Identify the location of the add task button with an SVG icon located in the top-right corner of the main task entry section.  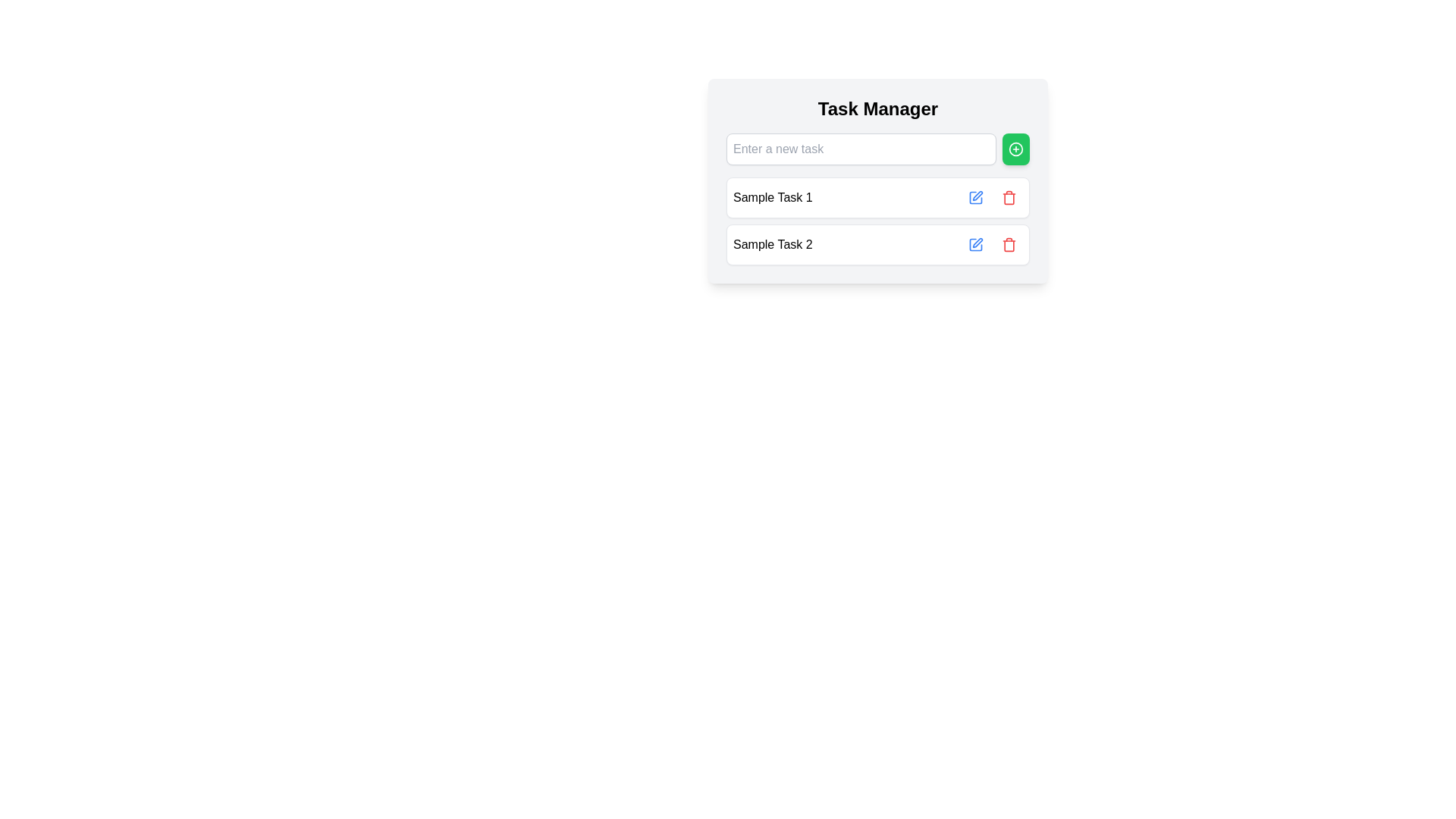
(1015, 149).